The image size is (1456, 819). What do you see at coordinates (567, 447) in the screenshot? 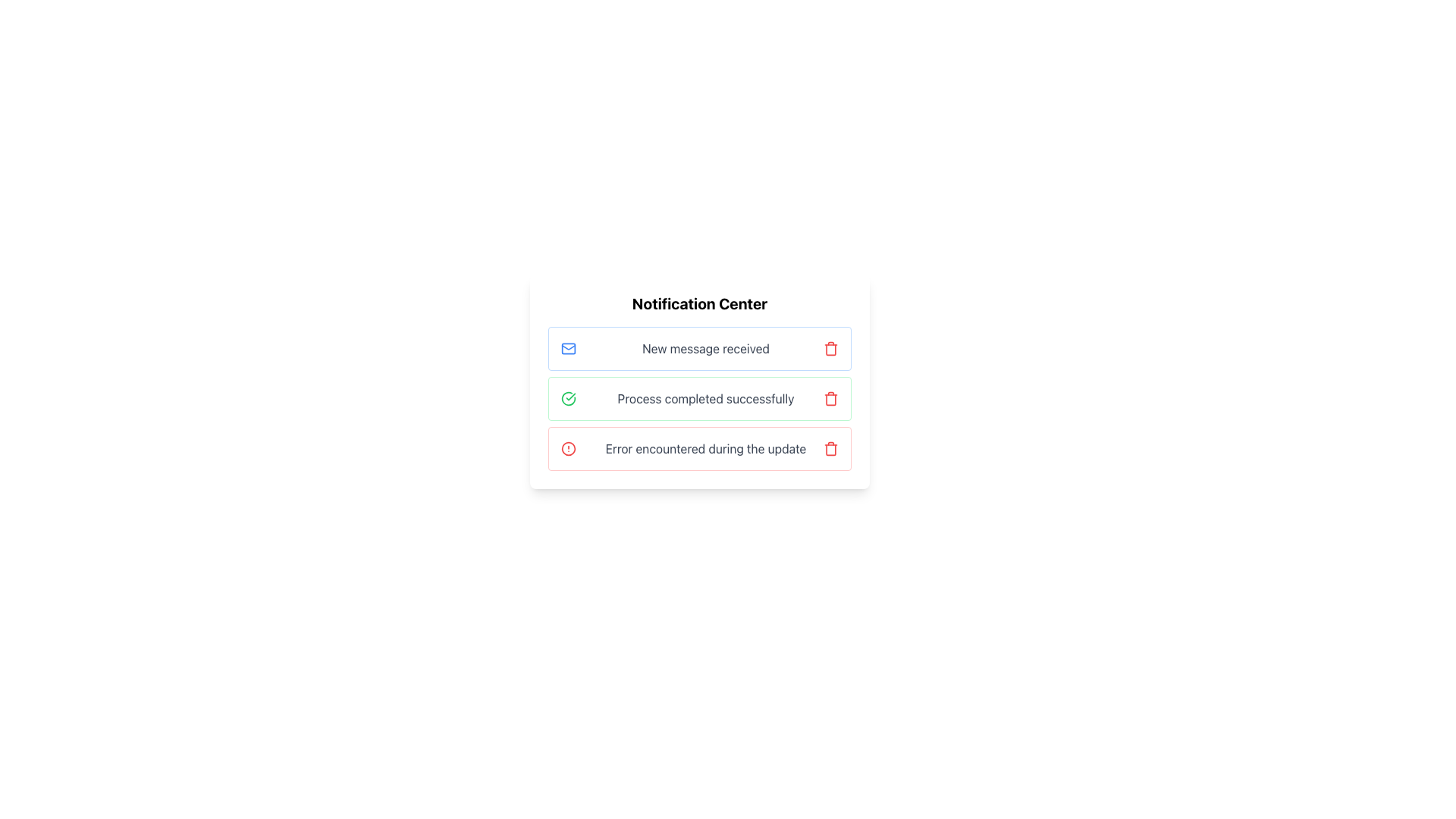
I see `the decorative circle element of the alert icon indicating an error message, located in the third row of the notification center UI, to the left of the label 'Error encountered during the update'` at bounding box center [567, 447].